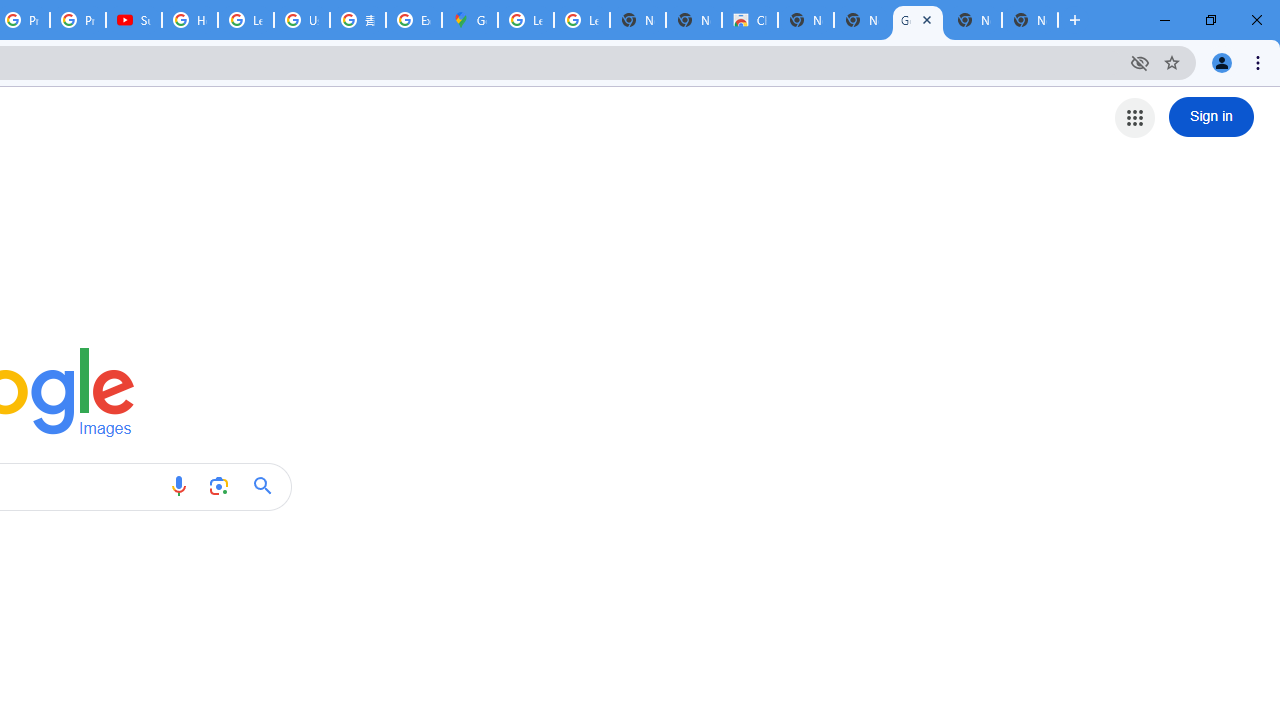 The height and width of the screenshot is (720, 1280). I want to click on 'Chrome Web Store', so click(749, 20).